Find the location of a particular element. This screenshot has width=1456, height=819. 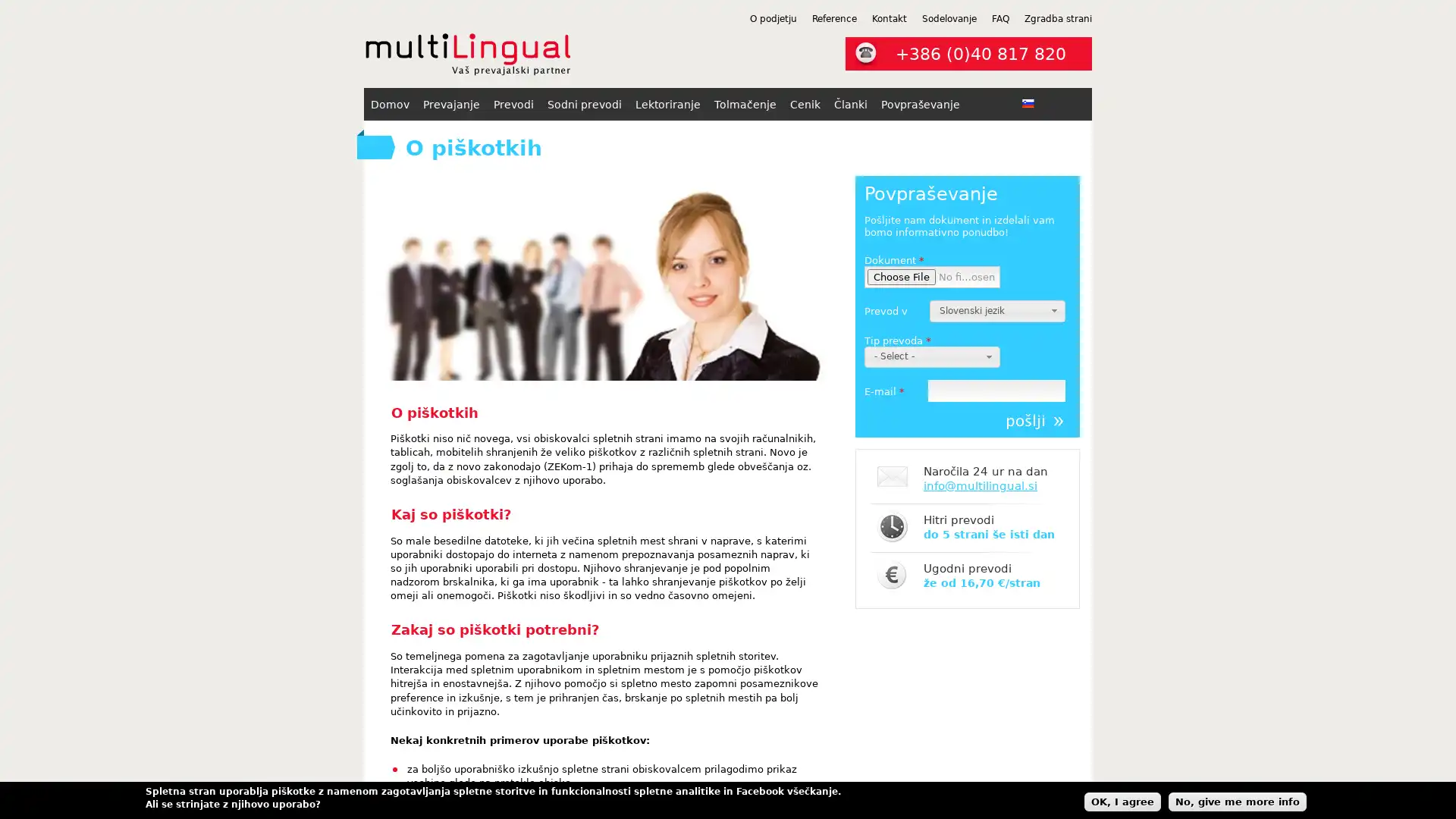

OK, I agree is located at coordinates (1122, 800).